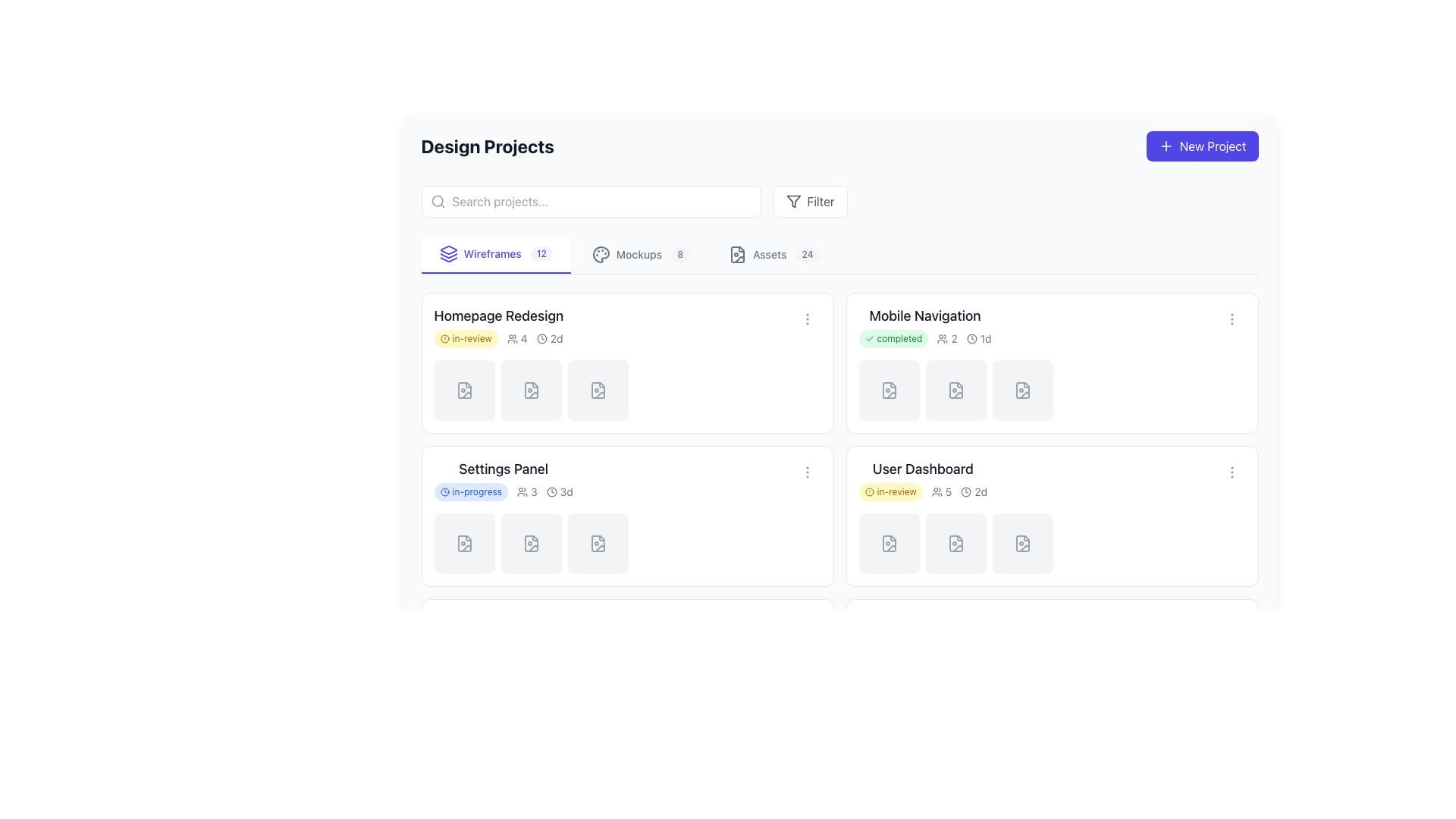 The width and height of the screenshot is (1456, 819). Describe the element at coordinates (627, 326) in the screenshot. I see `the project summary panel for 'Homepage Redesign' located` at that location.